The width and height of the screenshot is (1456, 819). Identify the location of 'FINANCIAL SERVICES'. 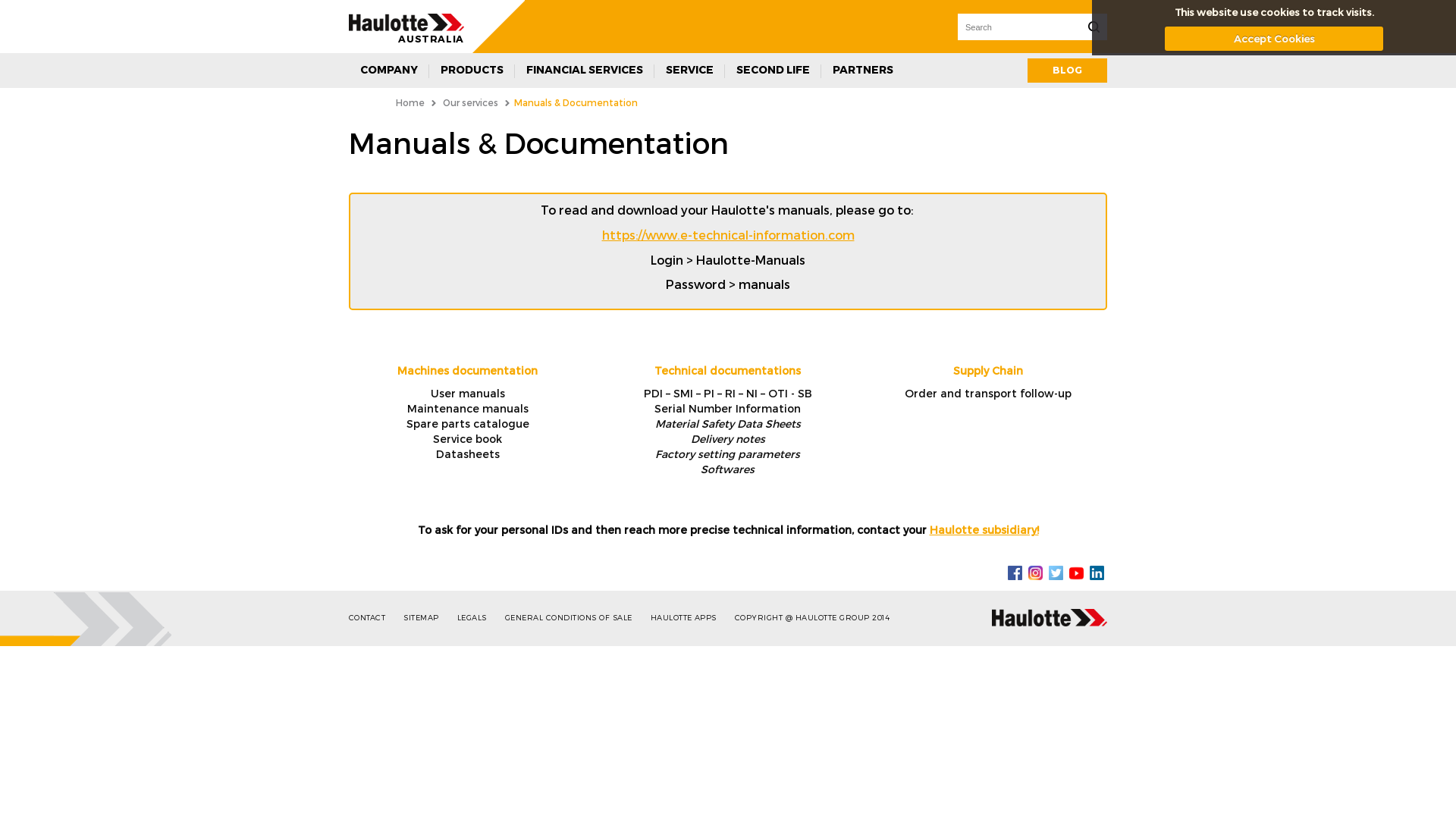
(584, 70).